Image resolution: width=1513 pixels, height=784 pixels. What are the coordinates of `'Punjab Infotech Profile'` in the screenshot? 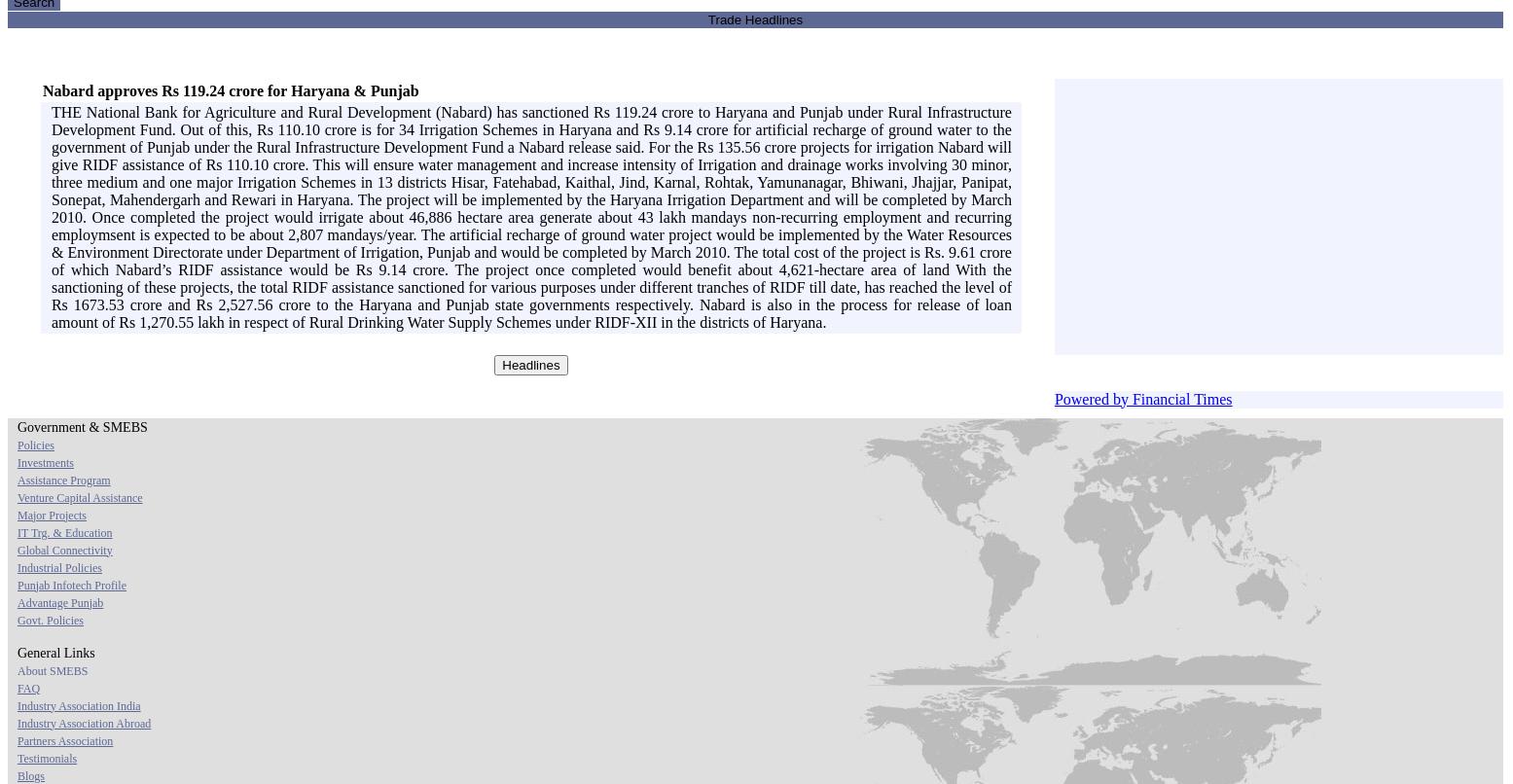 It's located at (70, 585).